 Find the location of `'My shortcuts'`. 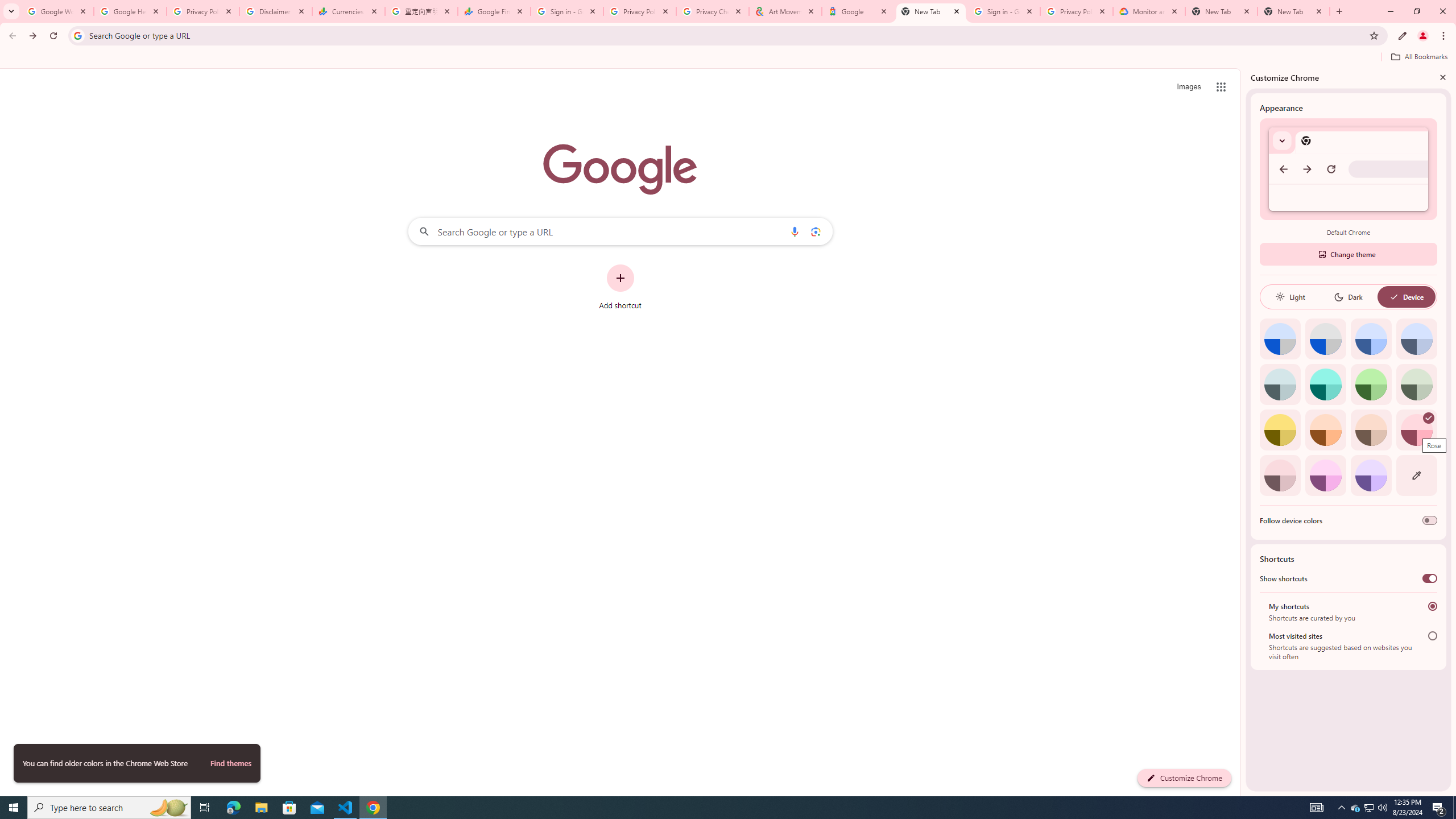

'My shortcuts' is located at coordinates (1433, 606).